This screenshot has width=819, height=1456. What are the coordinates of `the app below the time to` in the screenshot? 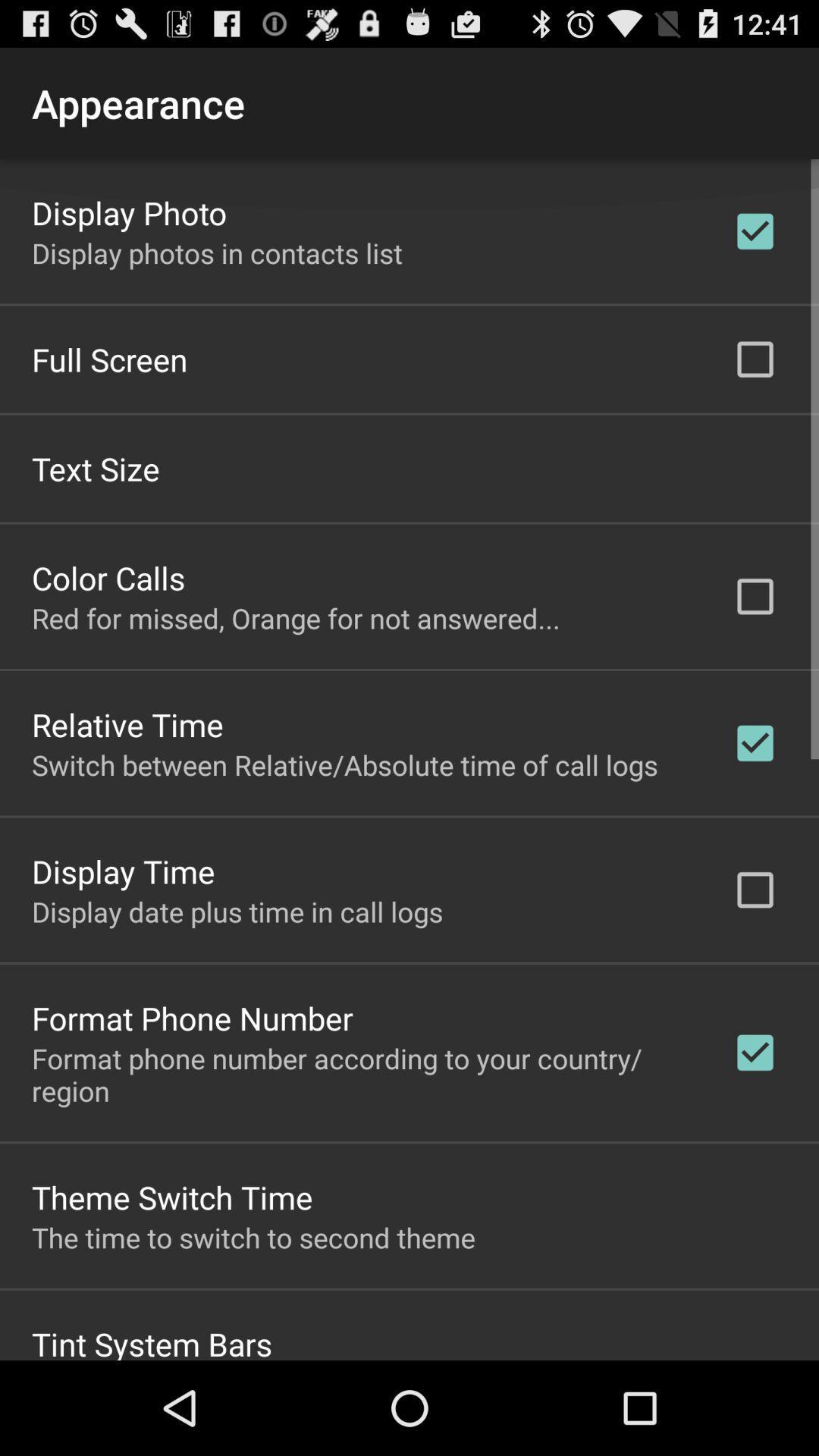 It's located at (152, 1341).